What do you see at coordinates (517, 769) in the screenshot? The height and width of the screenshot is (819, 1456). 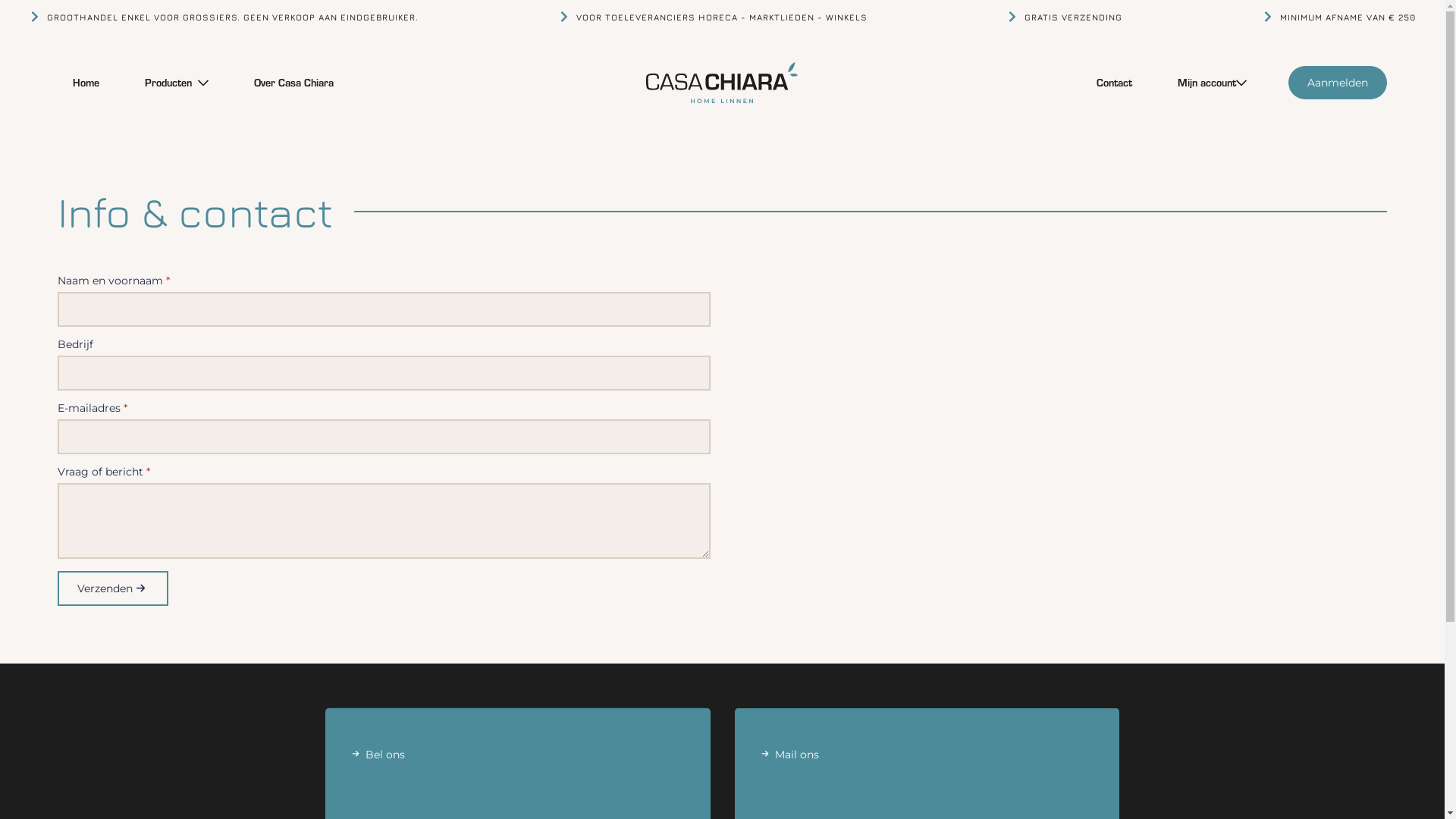 I see `'Bel ons'` at bounding box center [517, 769].